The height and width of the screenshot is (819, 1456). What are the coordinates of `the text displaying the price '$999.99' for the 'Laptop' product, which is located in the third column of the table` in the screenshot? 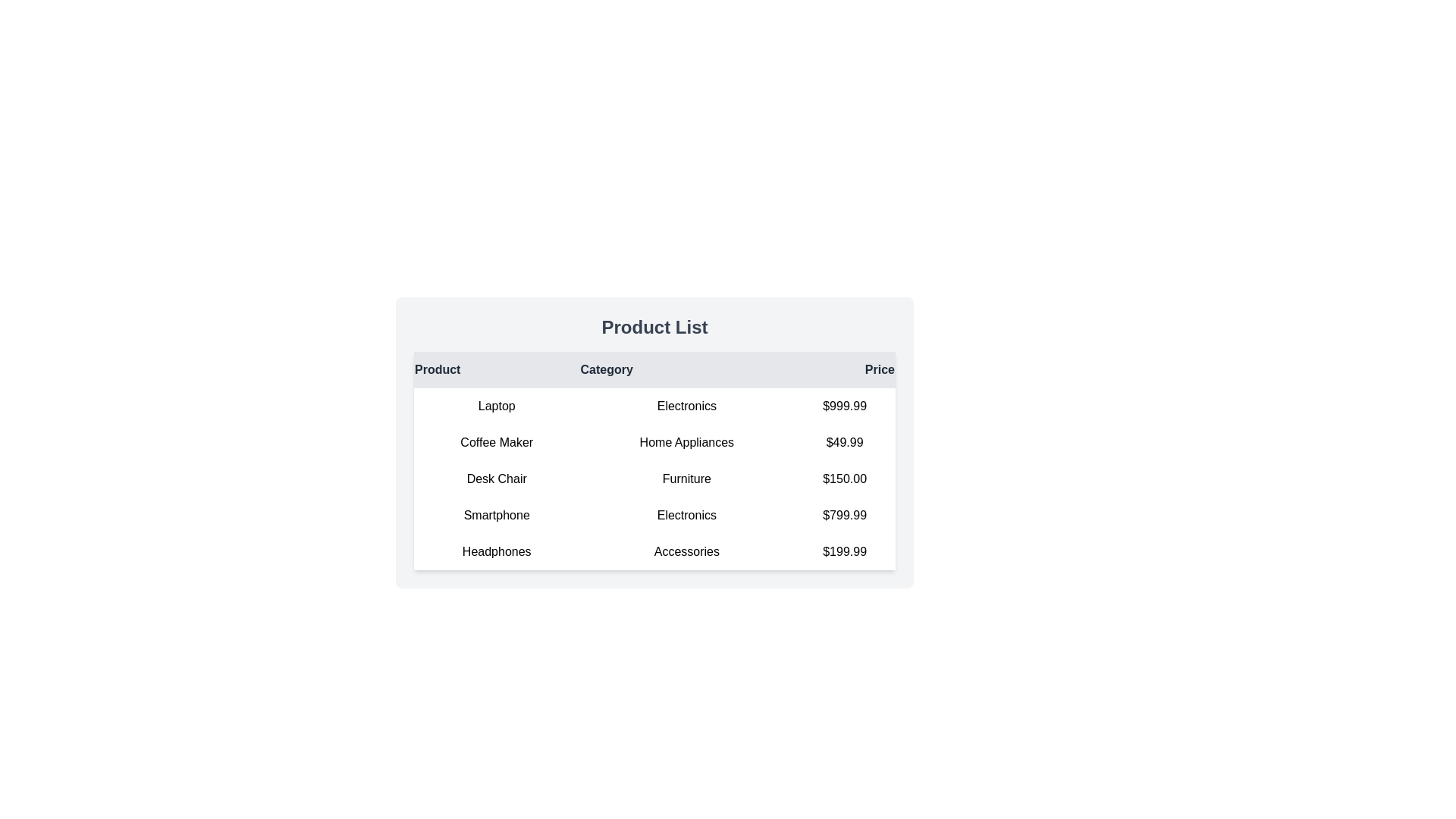 It's located at (844, 406).